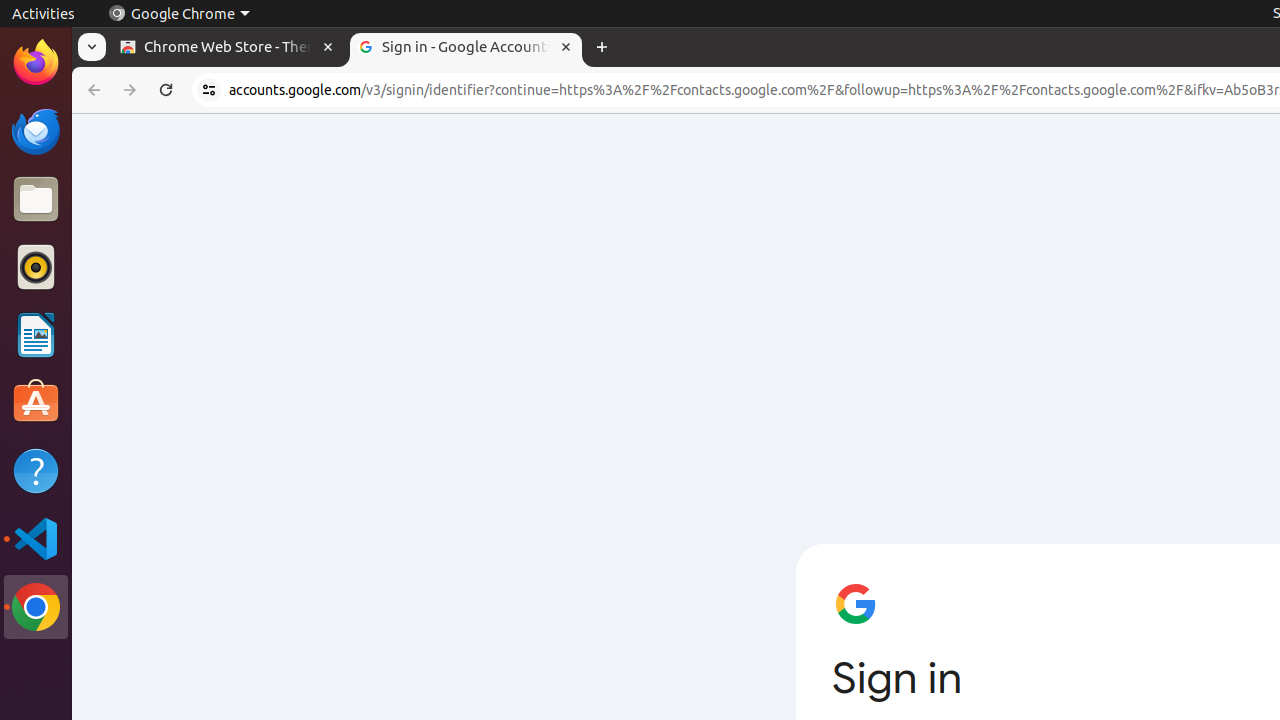 The image size is (1280, 720). Describe the element at coordinates (129, 90) in the screenshot. I see `'Forward'` at that location.